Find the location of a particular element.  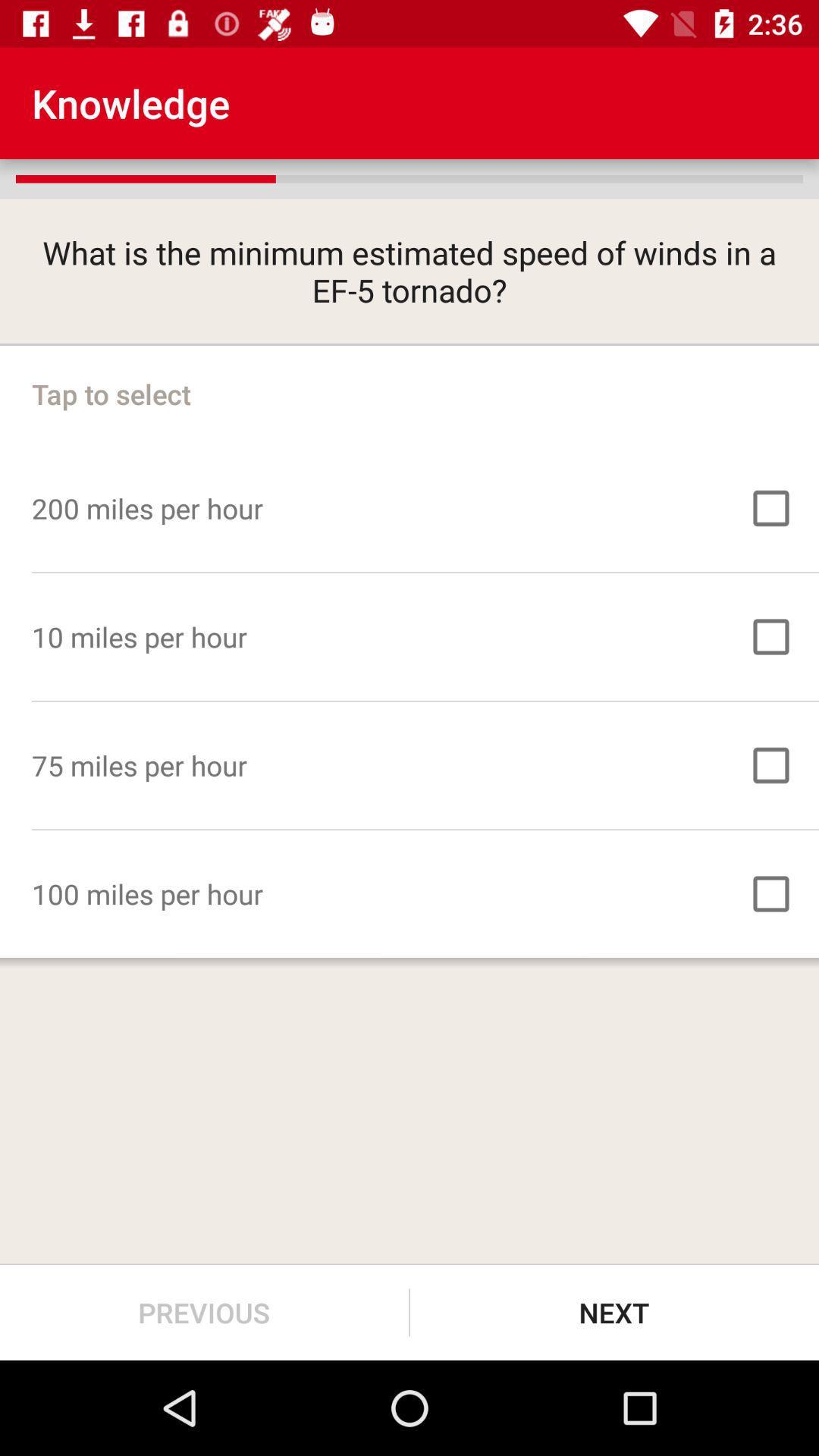

the previous is located at coordinates (203, 1312).